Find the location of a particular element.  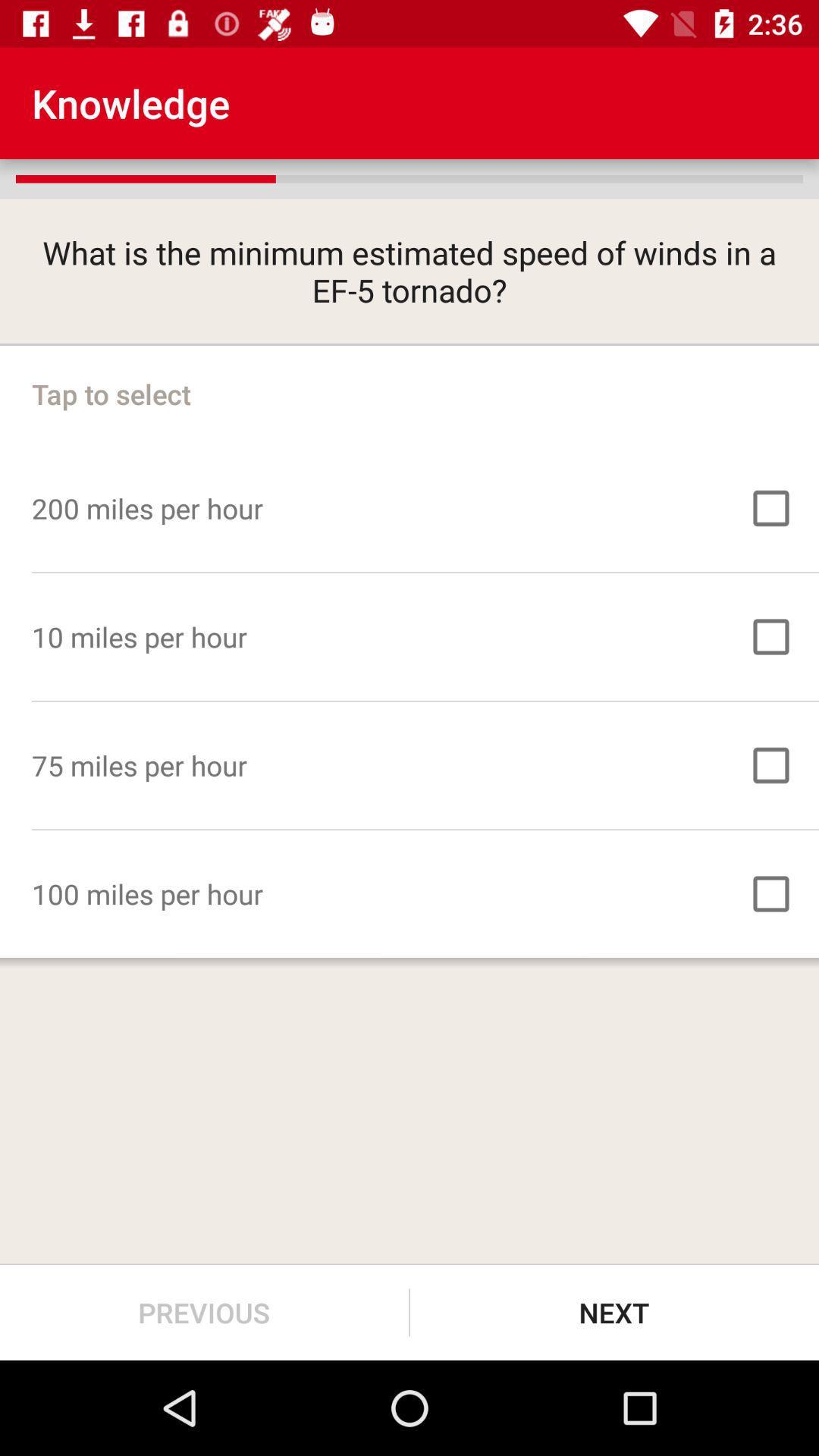

the previous is located at coordinates (203, 1312).